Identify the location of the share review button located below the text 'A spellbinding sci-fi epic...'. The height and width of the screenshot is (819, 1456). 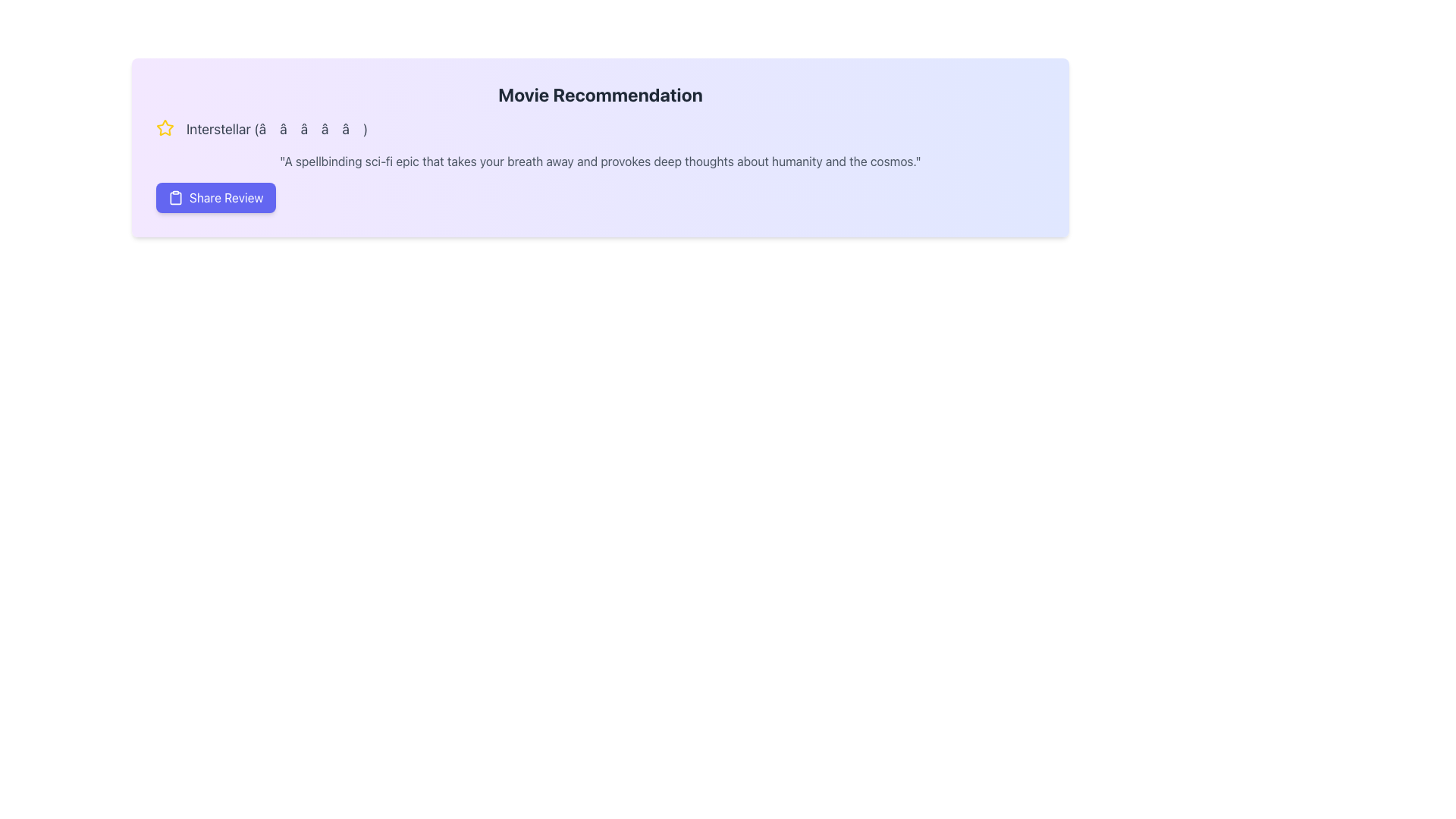
(215, 197).